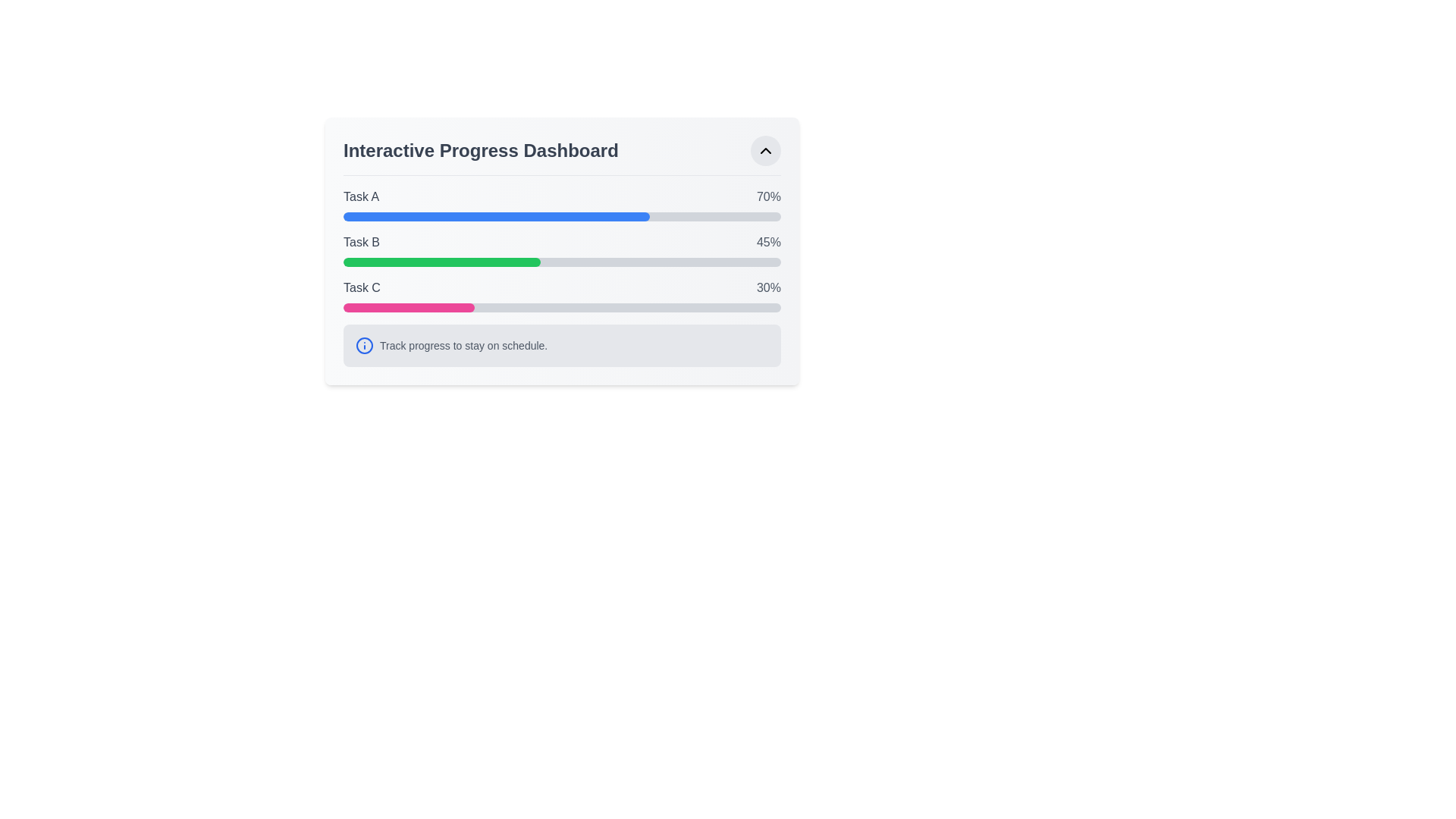 Image resolution: width=1456 pixels, height=819 pixels. I want to click on informational message located at the bottom of the vertical stack of content under the progress bars for Task A, Task B, and Task C, so click(561, 345).